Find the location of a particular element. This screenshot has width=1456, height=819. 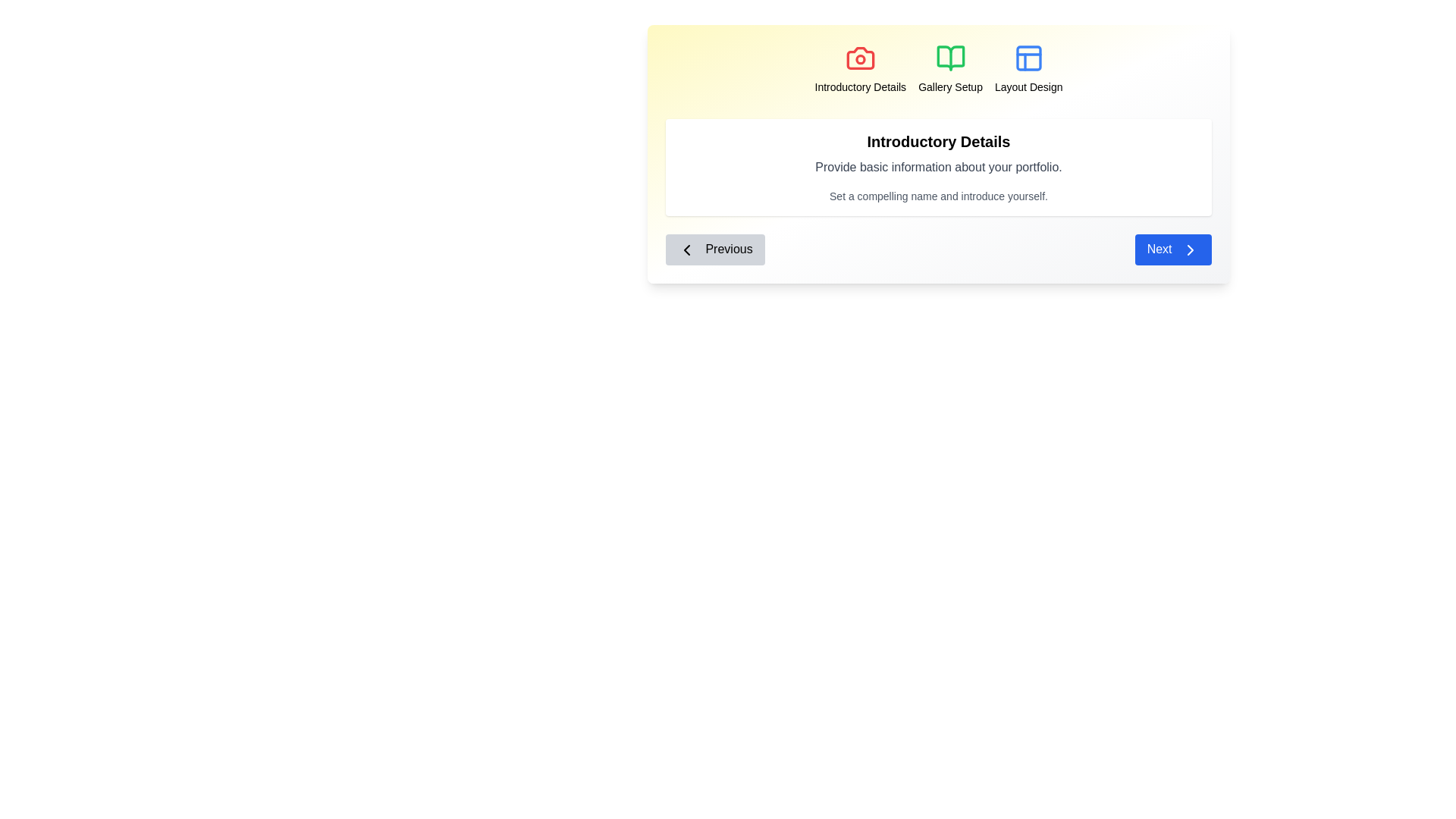

the camera icon that represents the 'Introductory Details' step in the navigation section, which is the leftmost icon in a row of three is located at coordinates (860, 58).